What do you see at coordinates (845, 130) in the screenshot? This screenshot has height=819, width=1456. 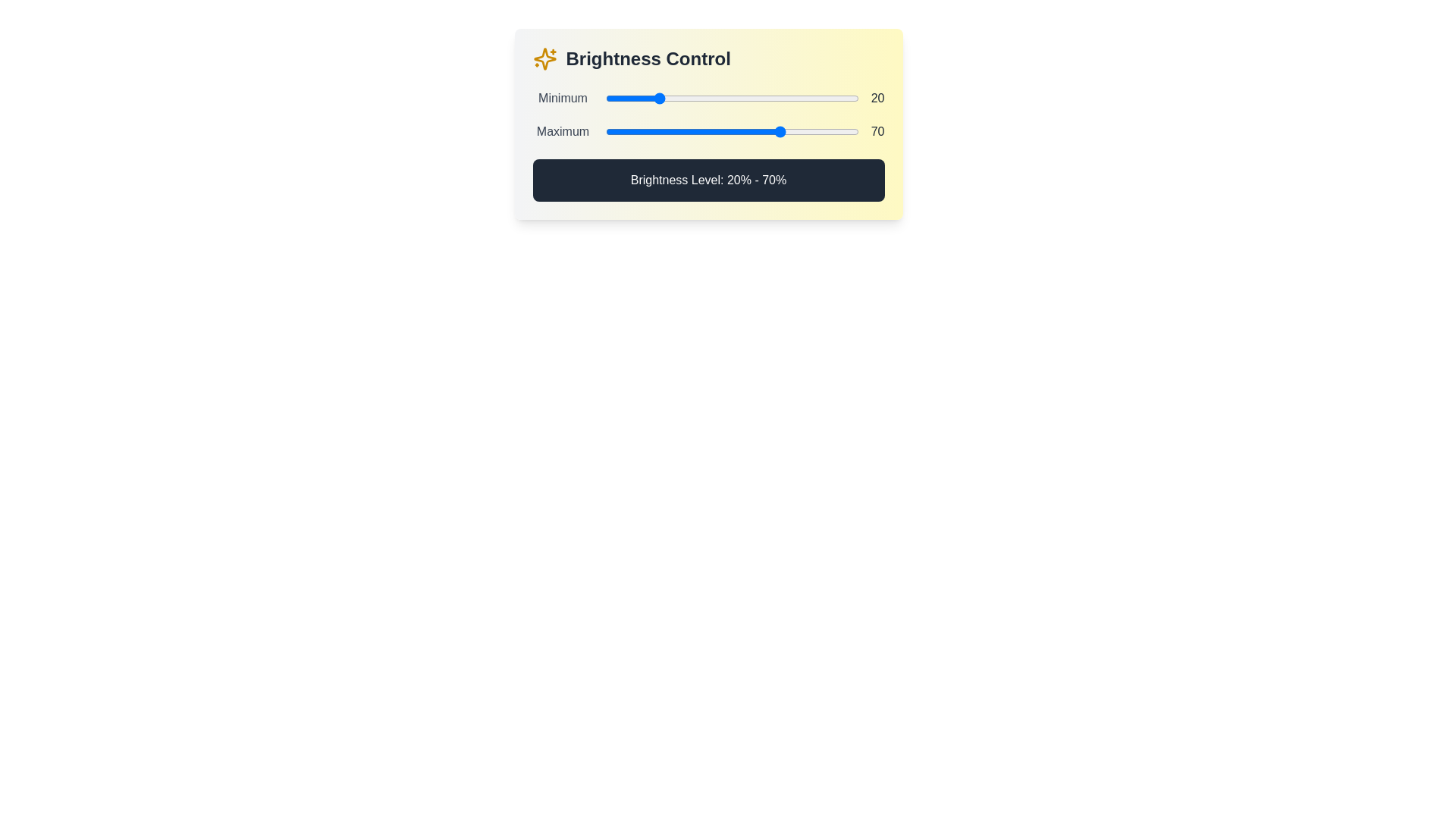 I see `the maximum brightness level to 95% by interacting with the second slider` at bounding box center [845, 130].